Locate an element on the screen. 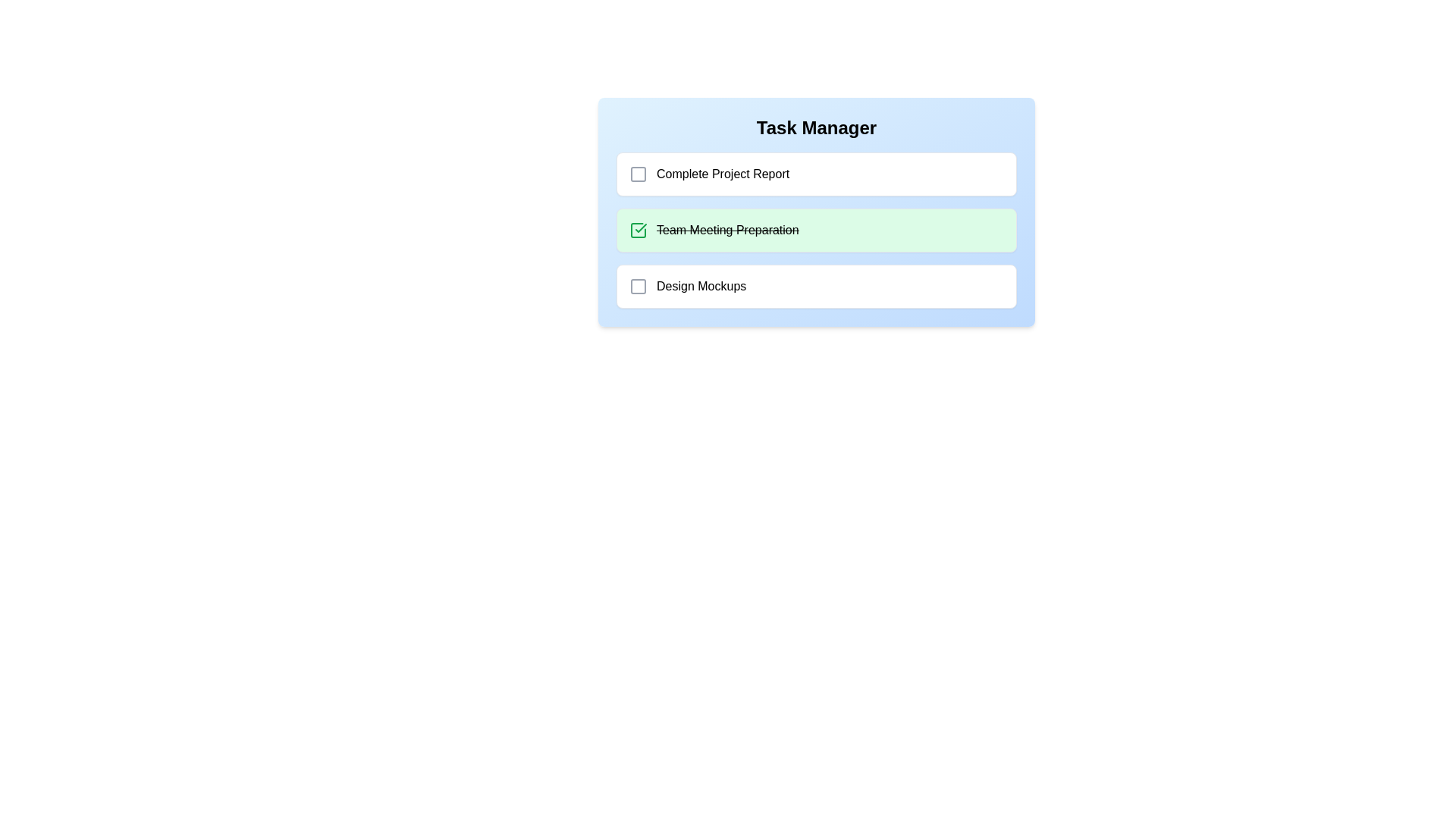  the completed task title text, which is styled with a strikethrough to indicate it has been completed, in order is located at coordinates (726, 231).